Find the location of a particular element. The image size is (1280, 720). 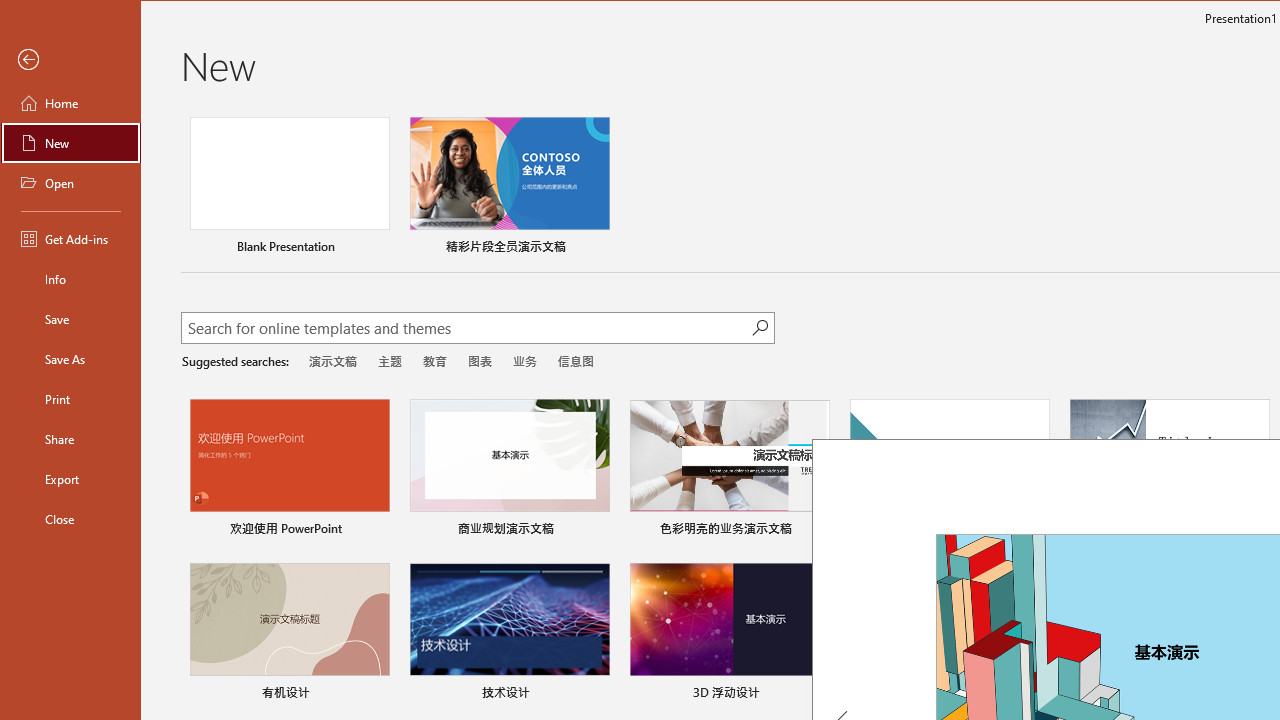

'Pin to list' is located at coordinates (1255, 694).